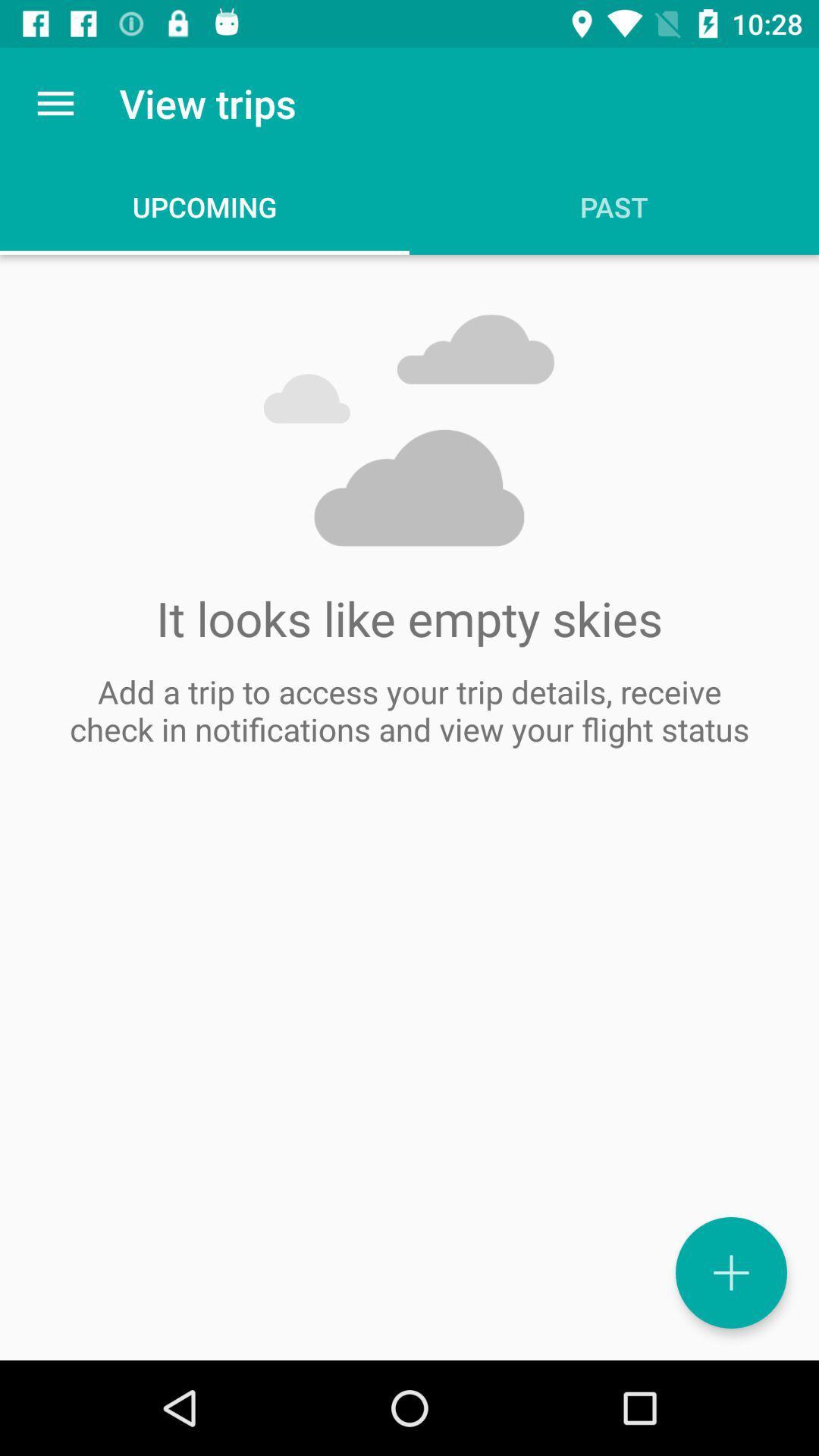 Image resolution: width=819 pixels, height=1456 pixels. Describe the element at coordinates (55, 102) in the screenshot. I see `icon above the add a trip` at that location.